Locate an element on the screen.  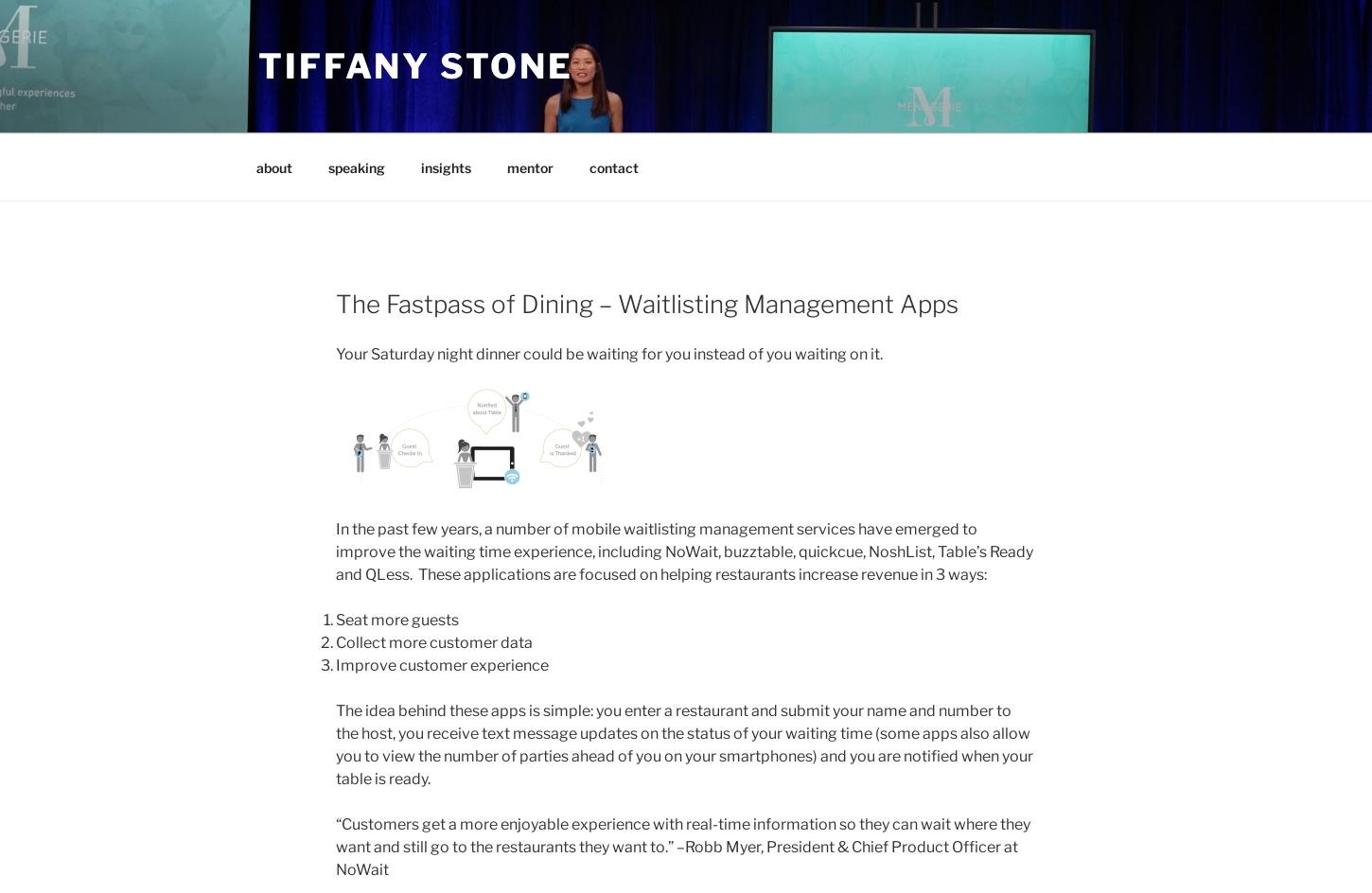
'Improve customer experience' is located at coordinates (441, 663).